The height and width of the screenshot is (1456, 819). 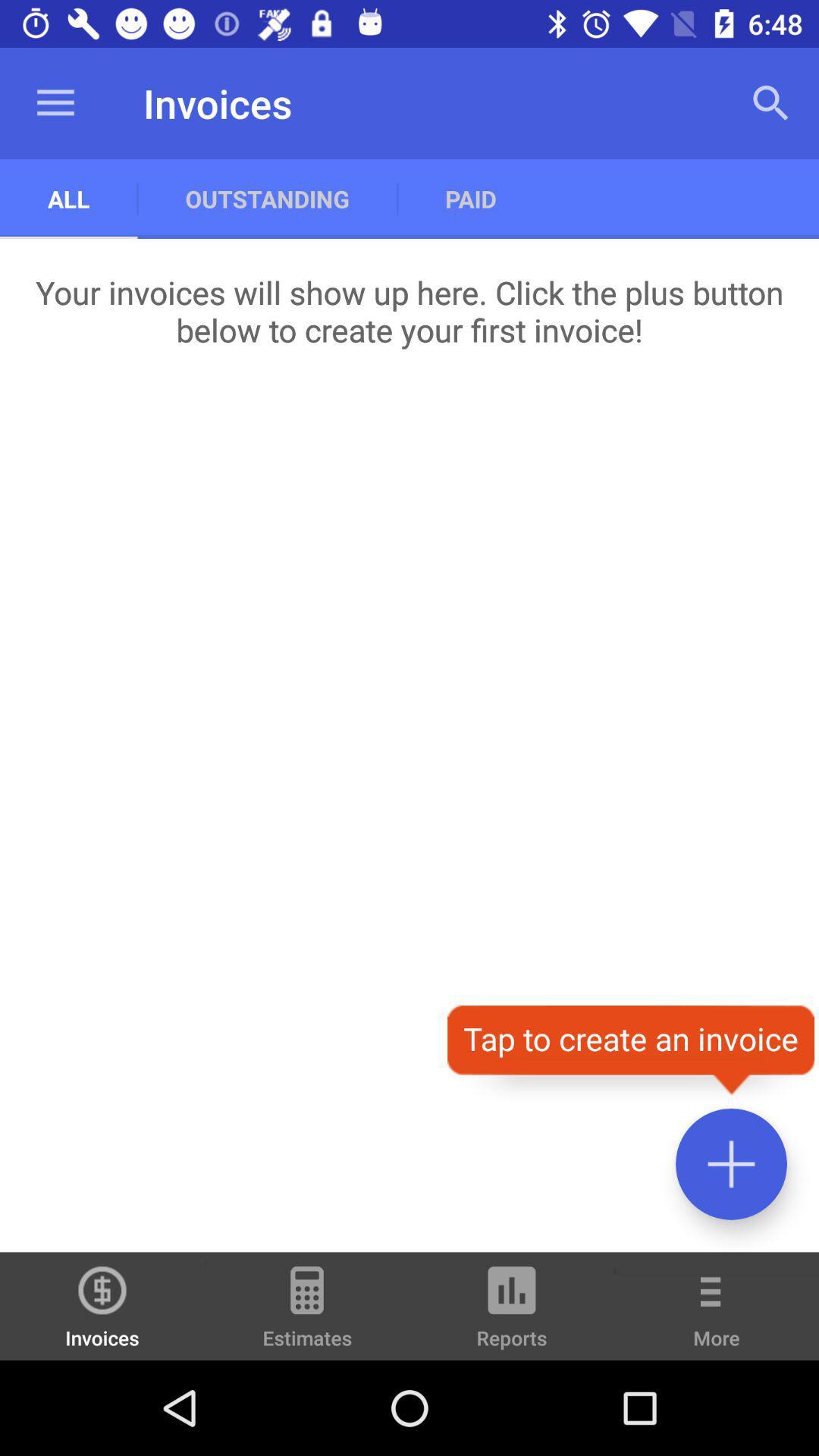 I want to click on the estimates icon, so click(x=307, y=1313).